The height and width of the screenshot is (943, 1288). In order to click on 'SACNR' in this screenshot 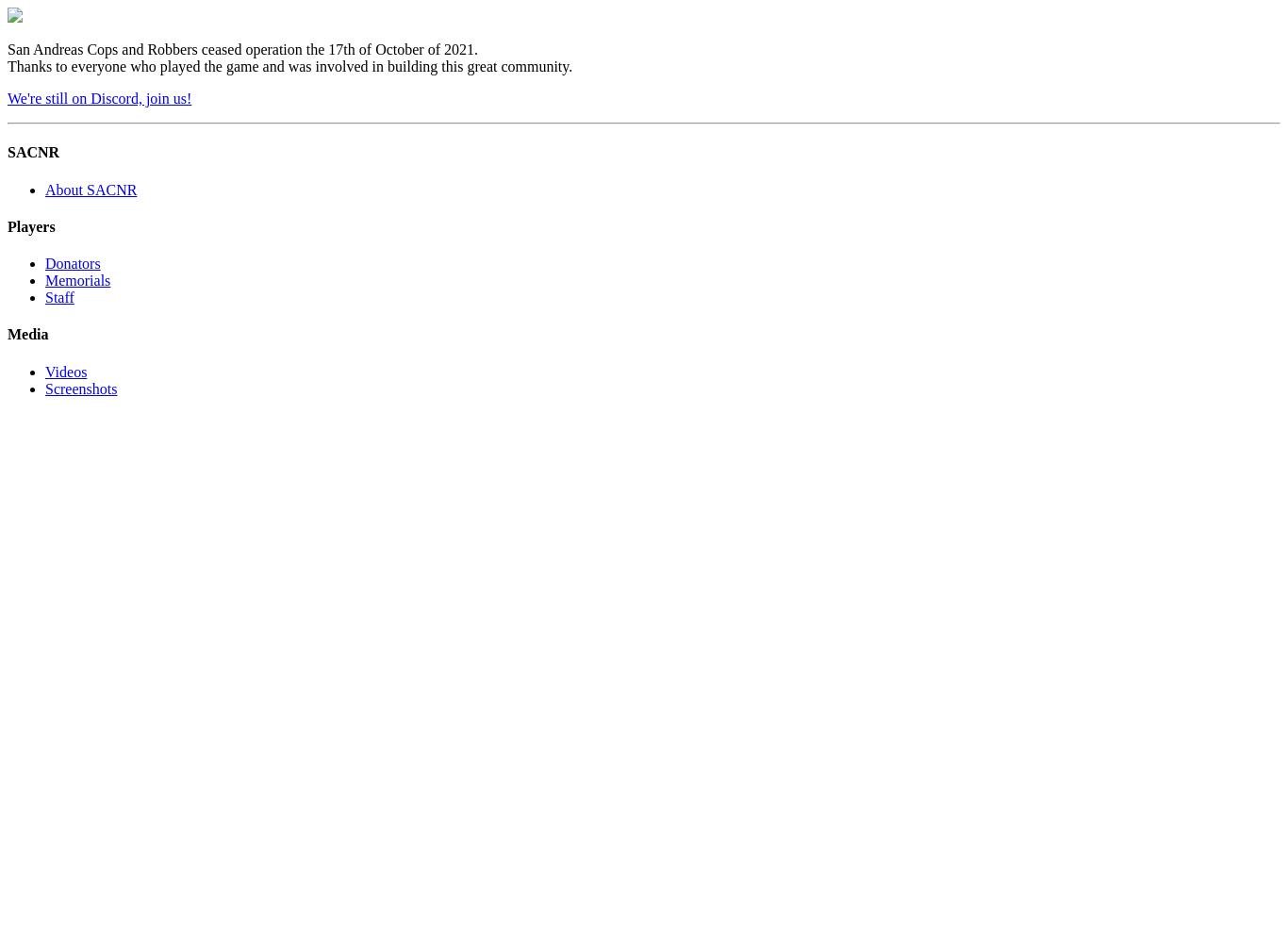, I will do `click(33, 152)`.